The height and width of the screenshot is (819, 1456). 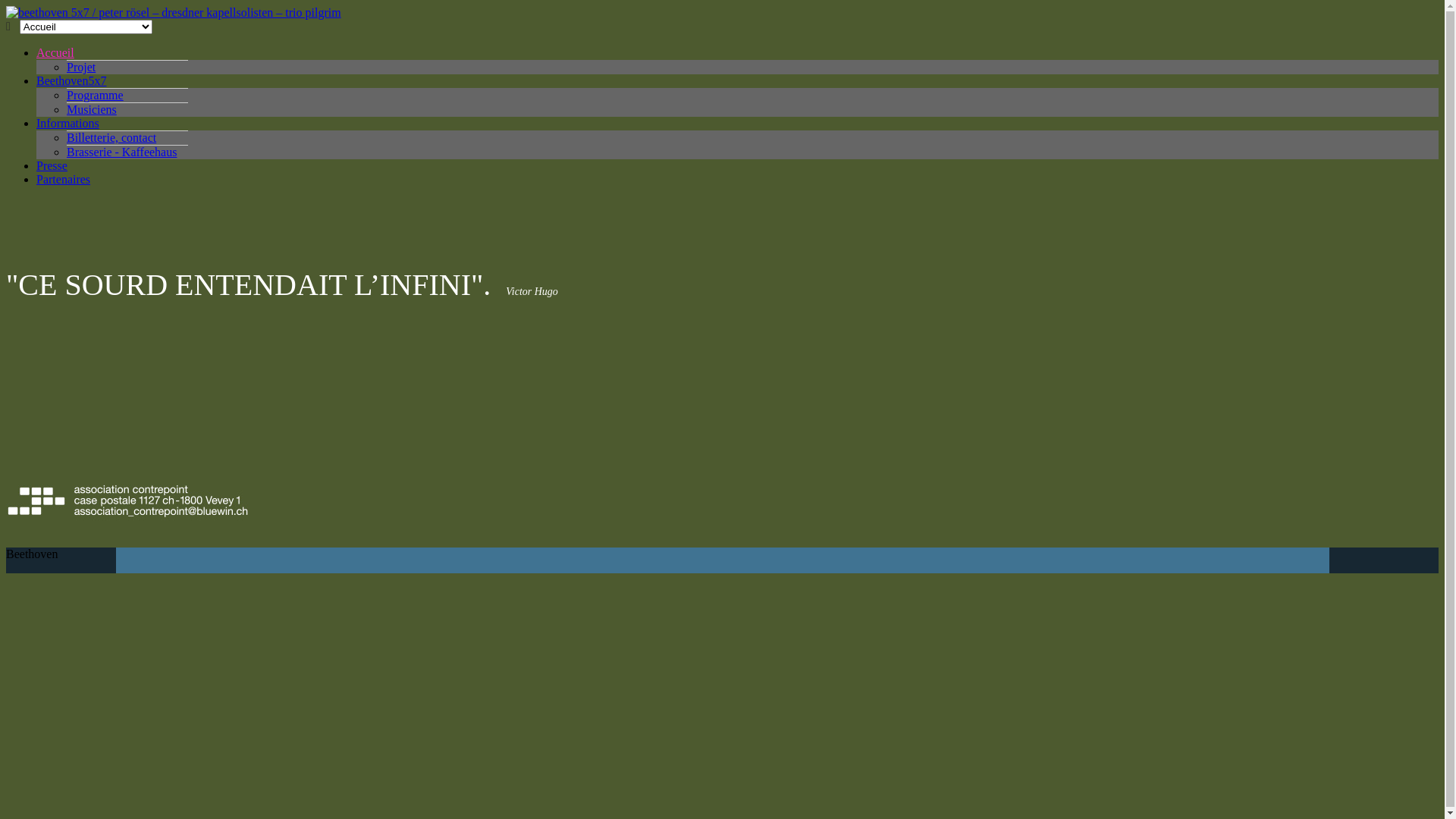 What do you see at coordinates (55, 52) in the screenshot?
I see `'Accueil'` at bounding box center [55, 52].